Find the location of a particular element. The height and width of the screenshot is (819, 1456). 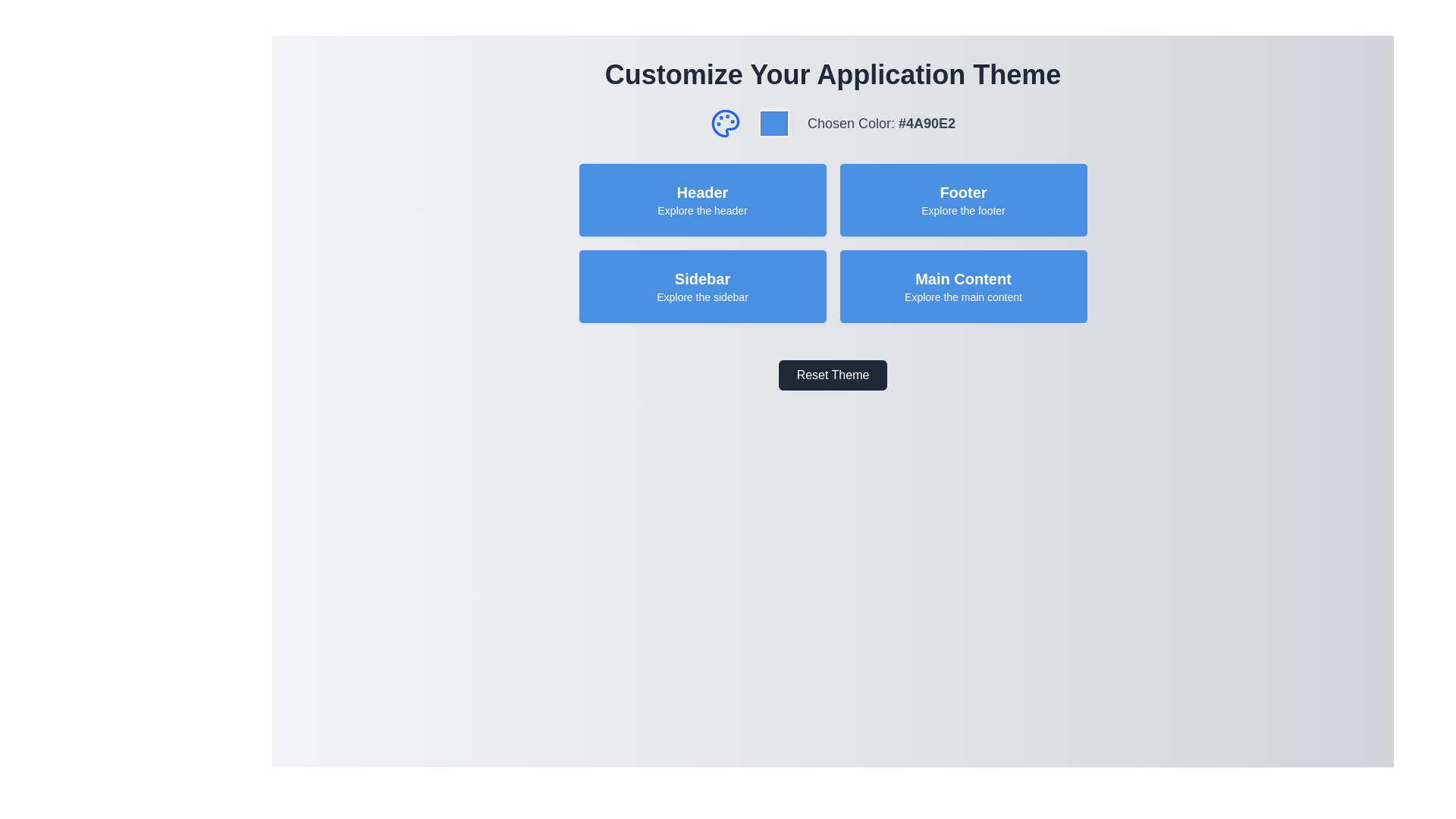

the header text that indicates the section is about customizing the application's theme, located at the top center of the layout above the 'Chosen Color' section is located at coordinates (832, 75).